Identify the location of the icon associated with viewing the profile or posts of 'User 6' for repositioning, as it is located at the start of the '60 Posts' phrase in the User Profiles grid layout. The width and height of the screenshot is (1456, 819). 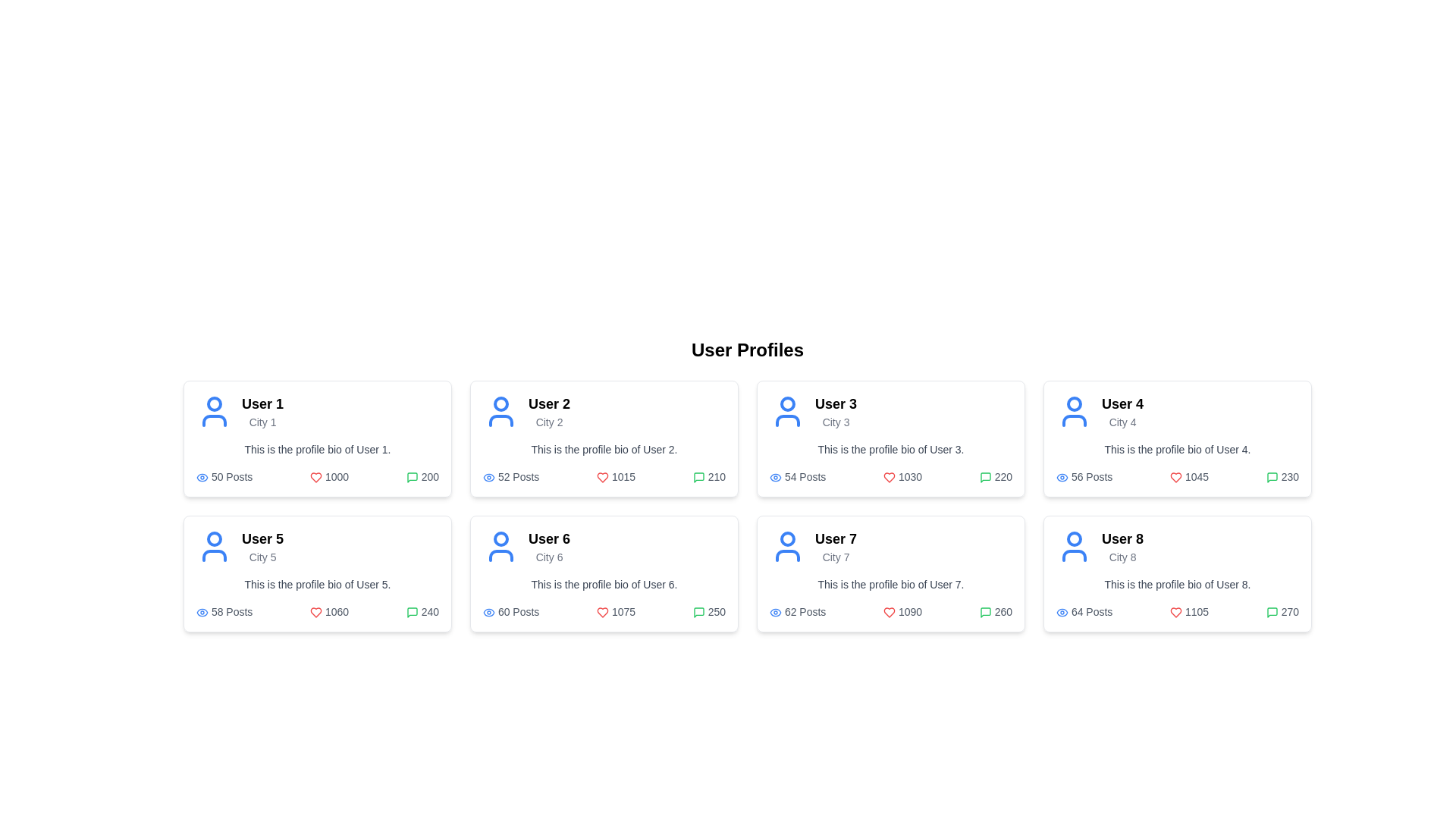
(488, 611).